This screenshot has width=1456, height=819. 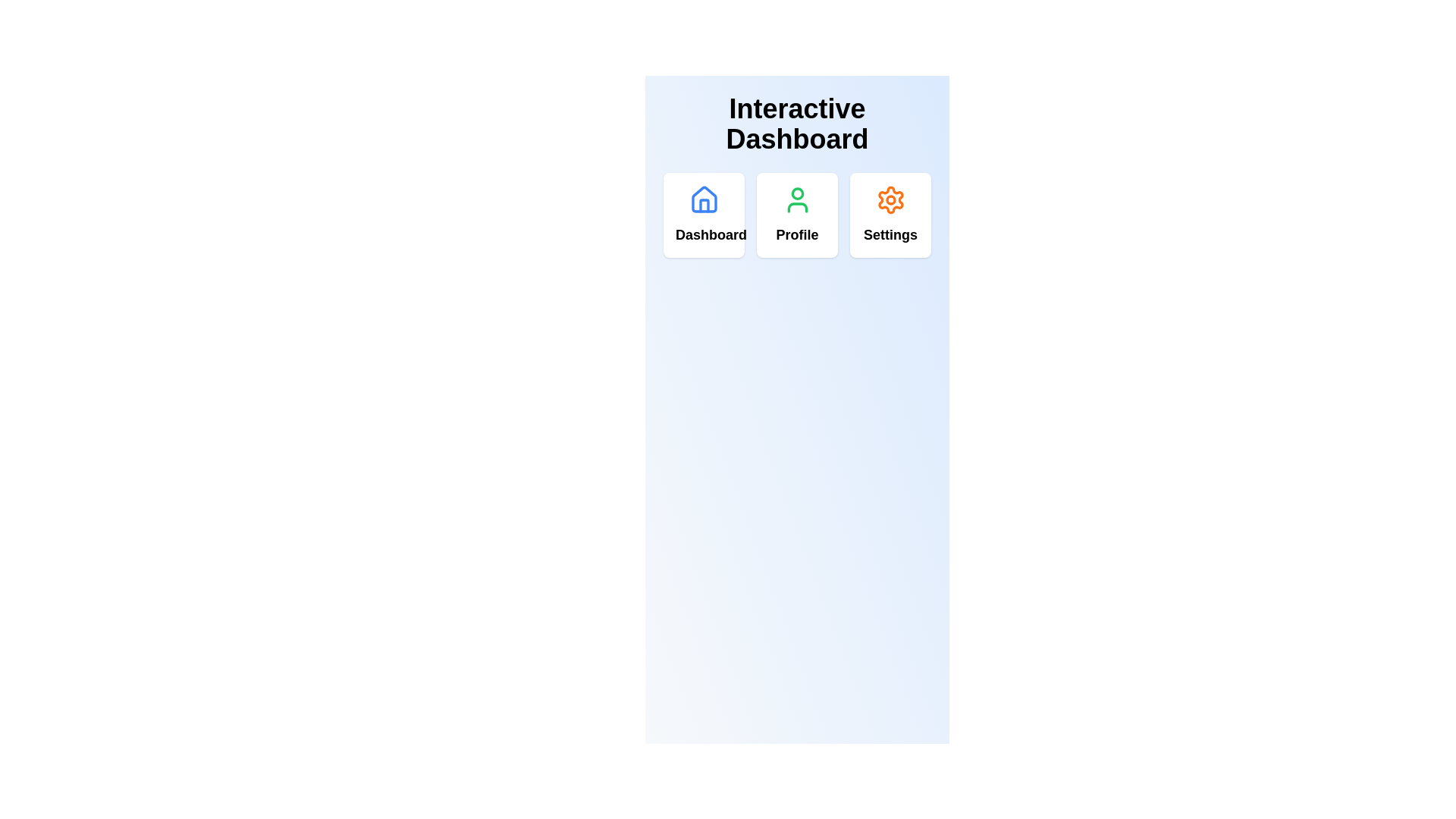 What do you see at coordinates (890, 215) in the screenshot?
I see `the settings card, which is the third card in the grid layout` at bounding box center [890, 215].